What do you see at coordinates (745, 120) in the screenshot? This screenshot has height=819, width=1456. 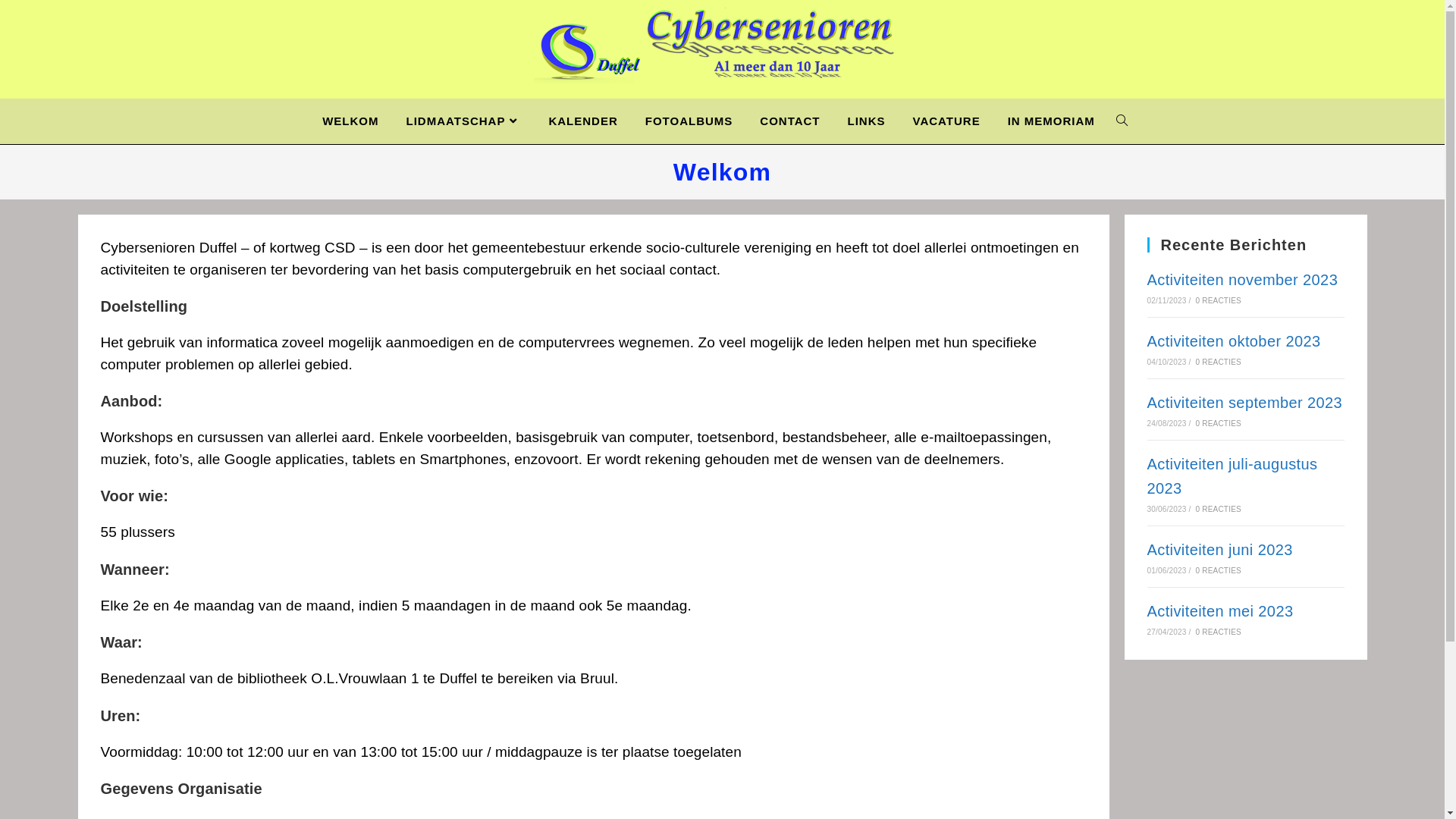 I see `'CONTACT'` at bounding box center [745, 120].